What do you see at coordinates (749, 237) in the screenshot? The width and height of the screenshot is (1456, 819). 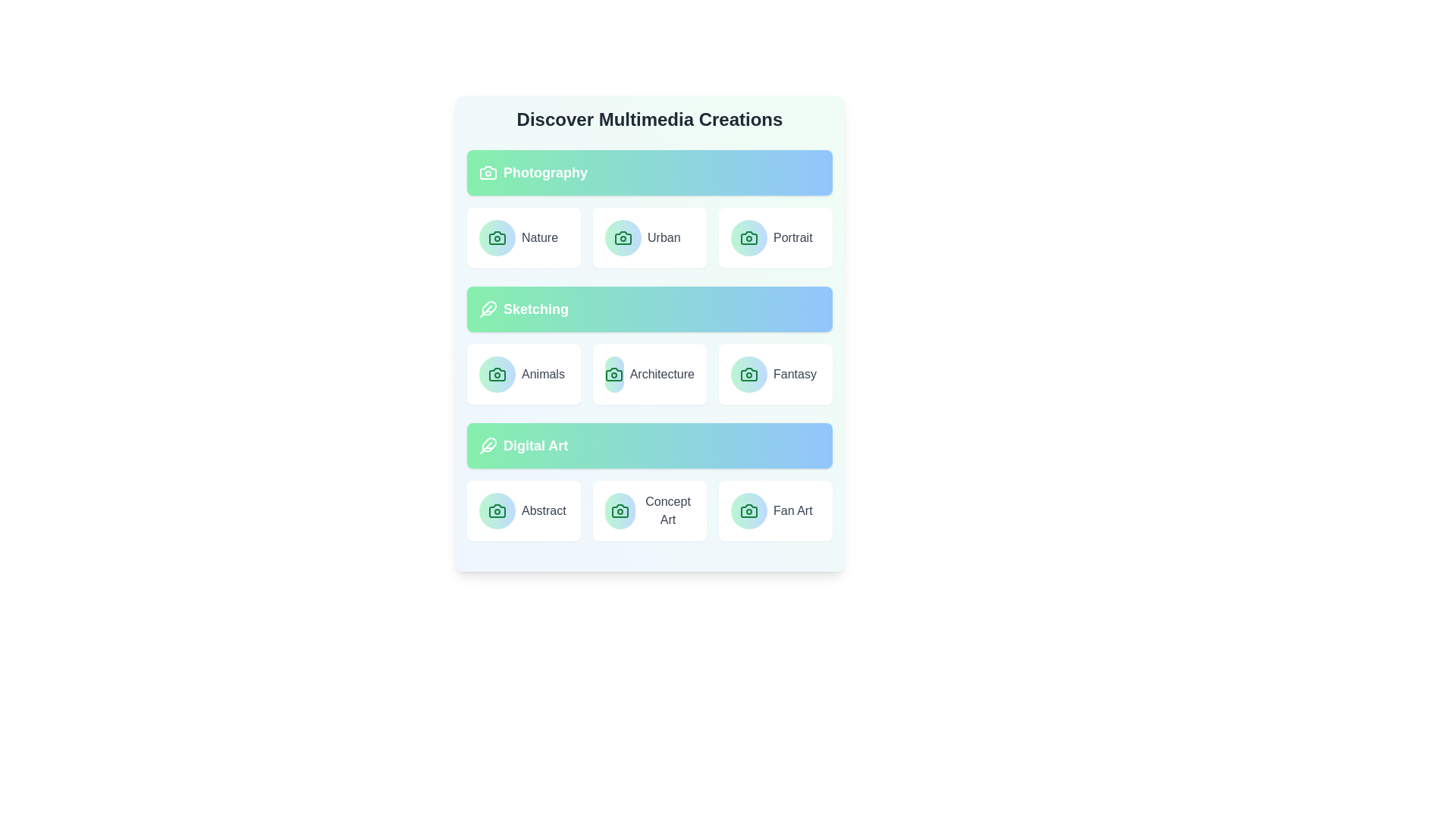 I see `the icon associated with the Portrait category` at bounding box center [749, 237].